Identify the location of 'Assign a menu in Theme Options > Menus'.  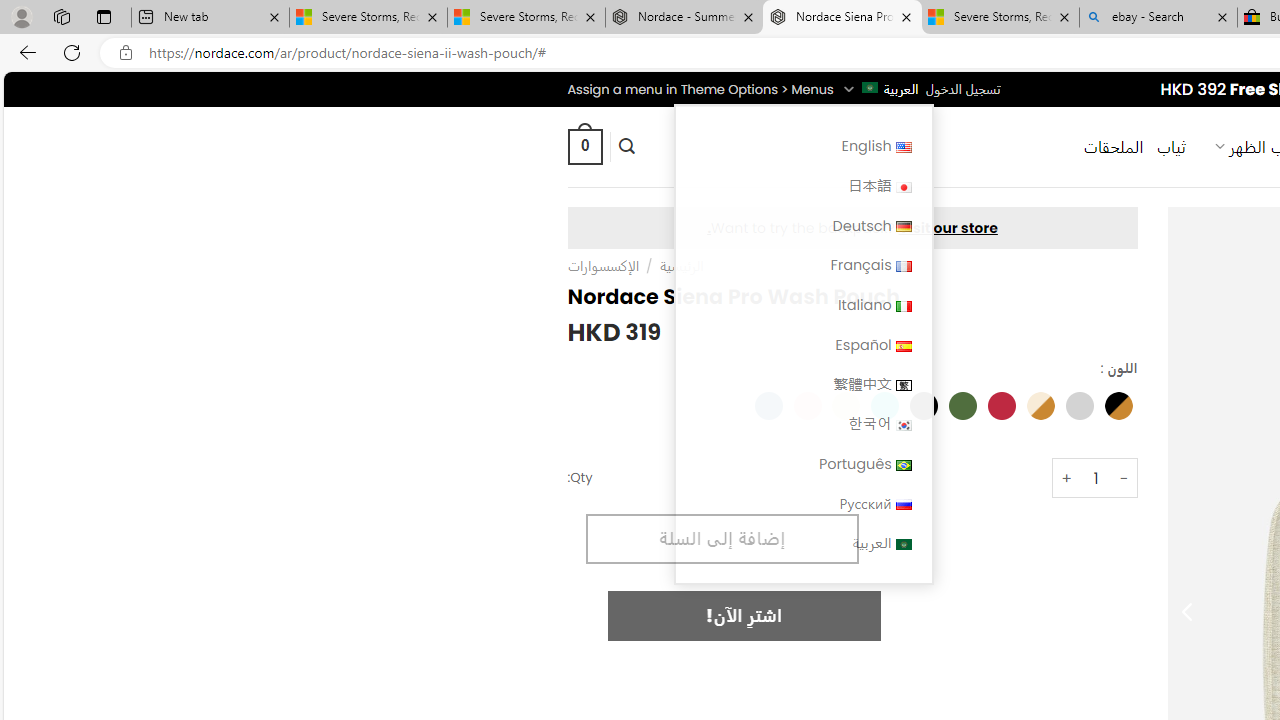
(700, 88).